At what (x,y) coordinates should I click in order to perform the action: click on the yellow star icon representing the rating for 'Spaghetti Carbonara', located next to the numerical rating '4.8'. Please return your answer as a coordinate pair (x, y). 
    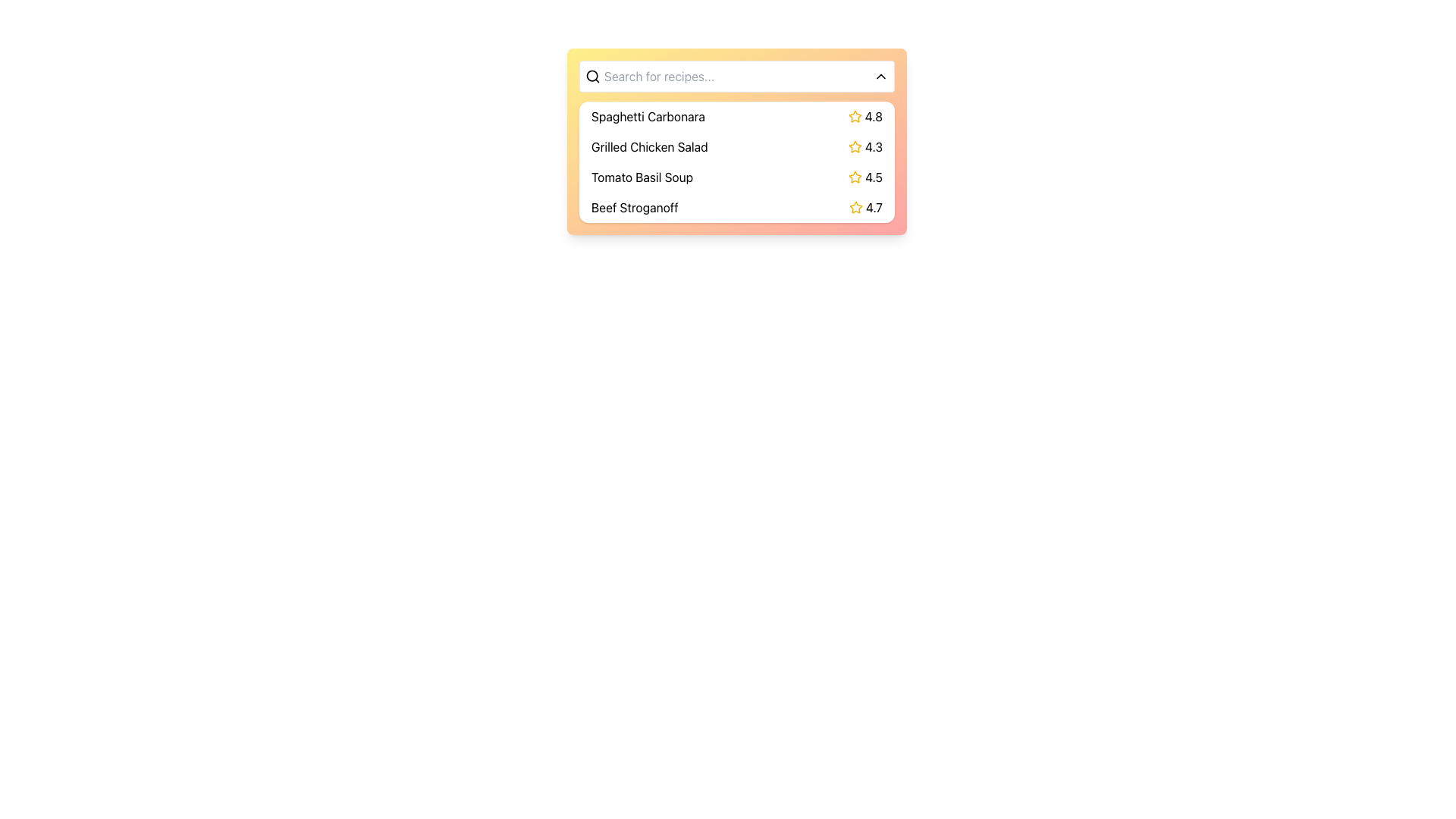
    Looking at the image, I should click on (855, 116).